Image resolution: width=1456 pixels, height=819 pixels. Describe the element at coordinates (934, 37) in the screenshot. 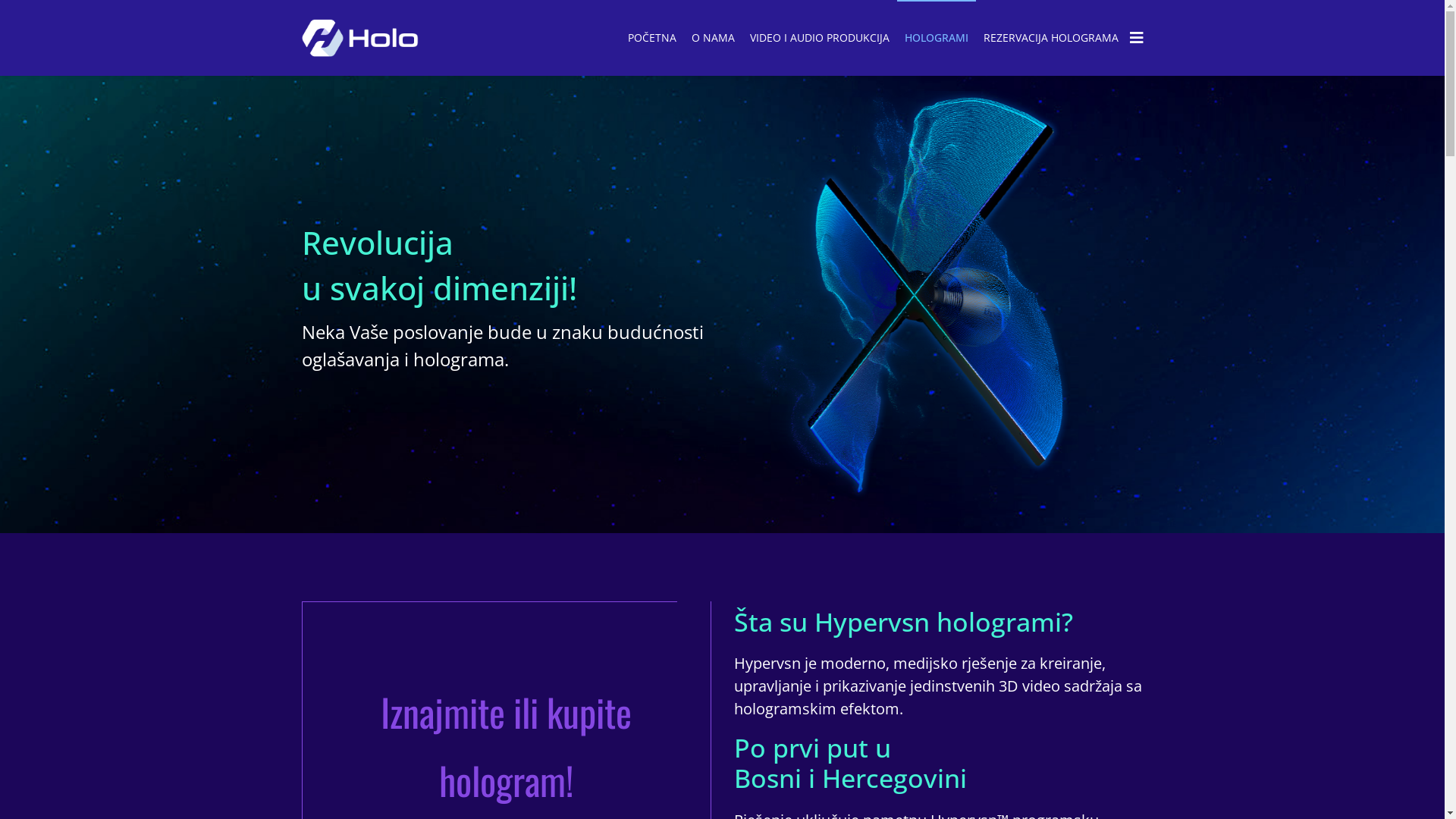

I see `'HOLOGRAMI'` at that location.